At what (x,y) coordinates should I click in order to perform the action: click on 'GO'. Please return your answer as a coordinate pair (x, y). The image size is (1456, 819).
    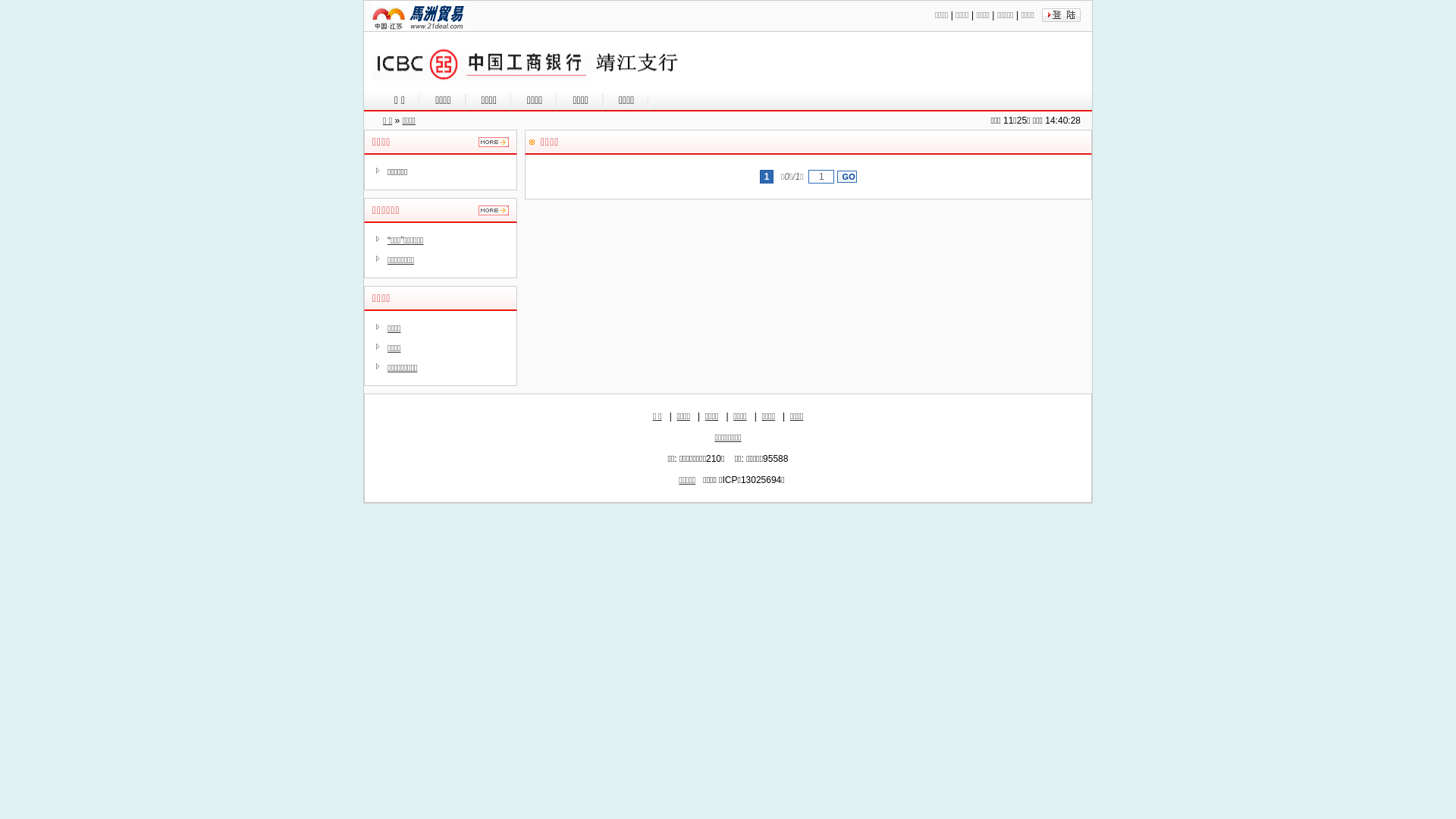
    Looking at the image, I should click on (836, 175).